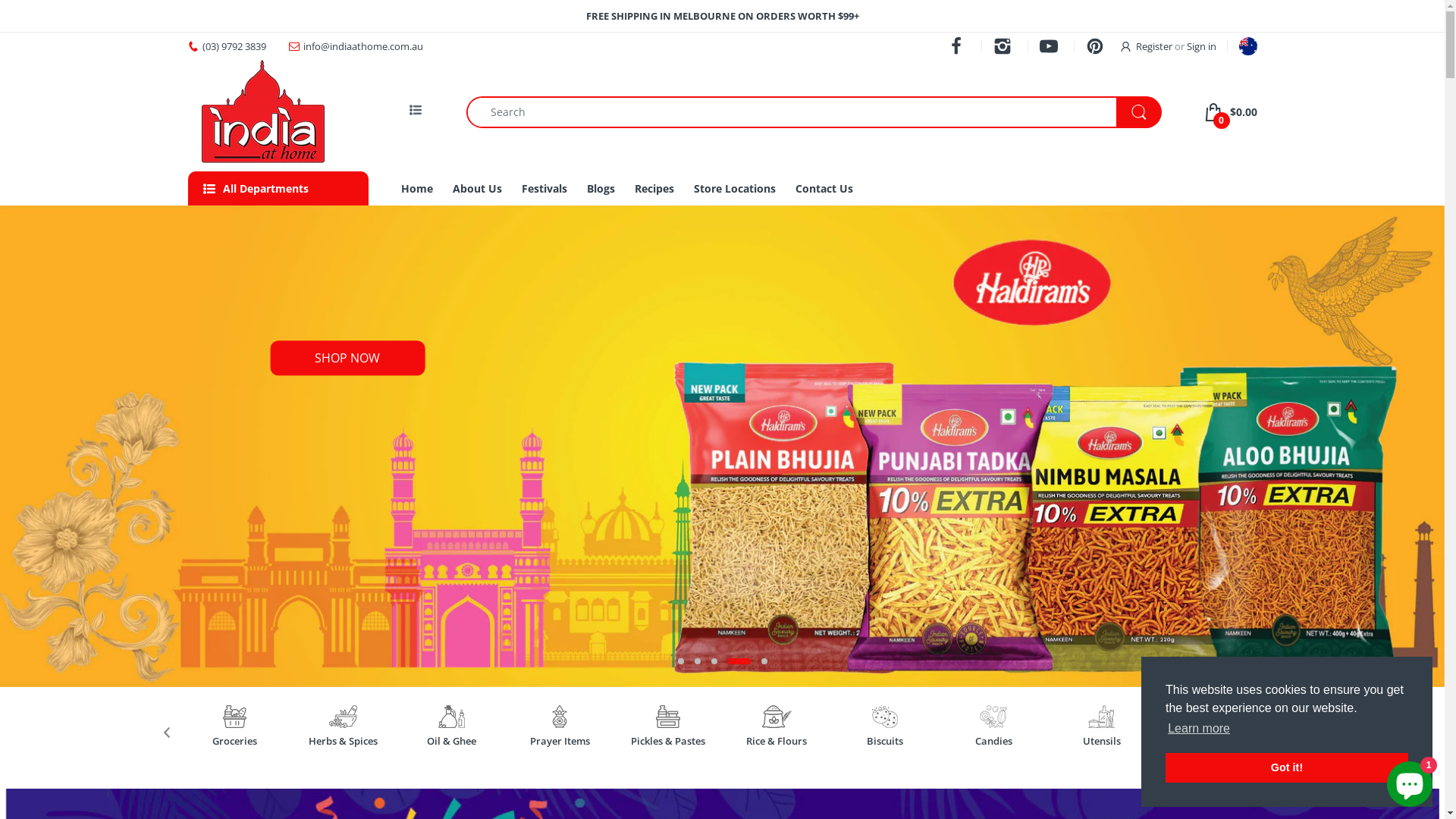 This screenshot has width=1456, height=819. Describe the element at coordinates (1408, 780) in the screenshot. I see `'Shopify online store chat'` at that location.